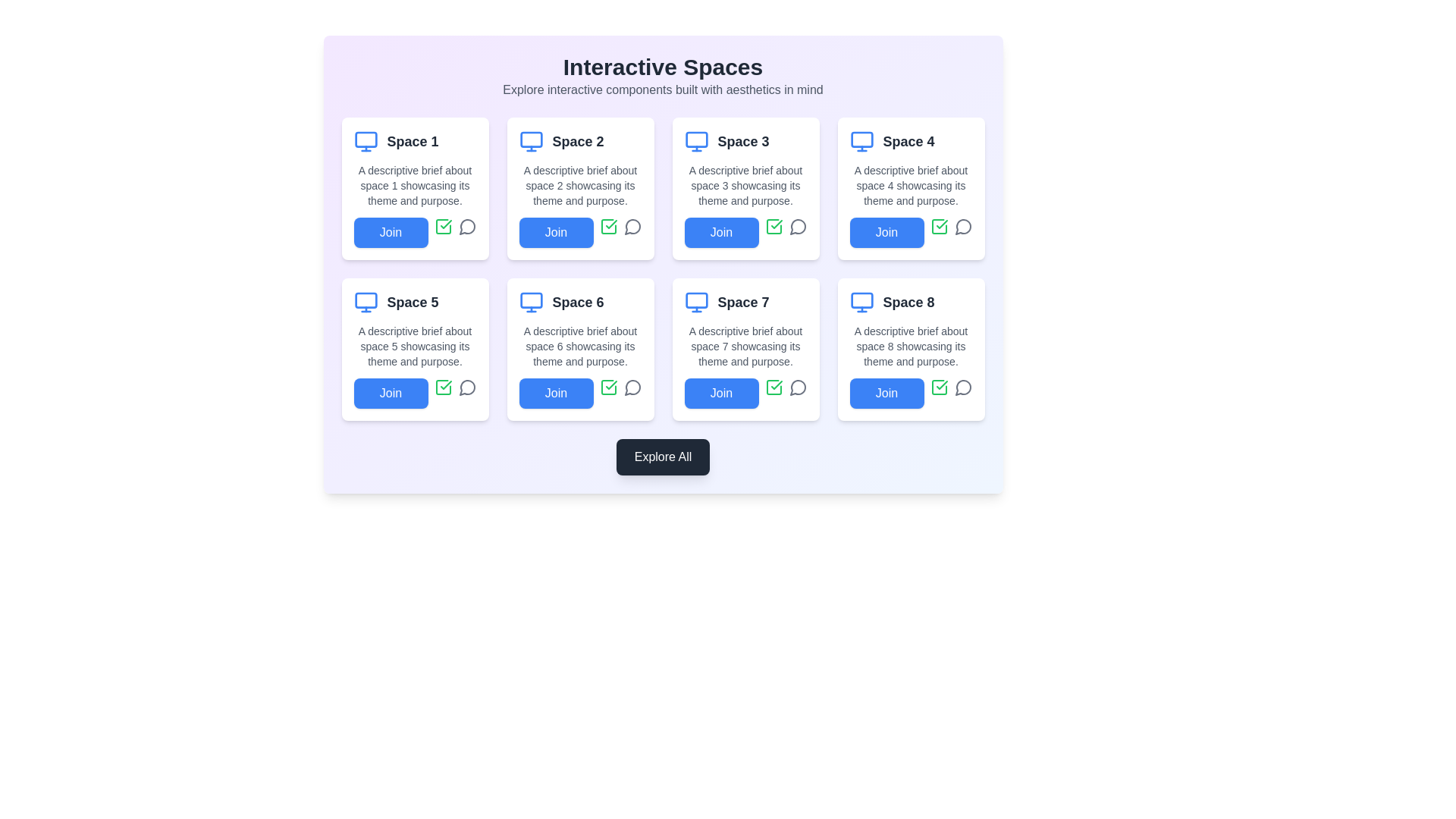 This screenshot has height=819, width=1456. What do you see at coordinates (910, 188) in the screenshot?
I see `the green check mark icon located on the Card Component titled 'Space 4' in the top-right corner of the grid` at bounding box center [910, 188].